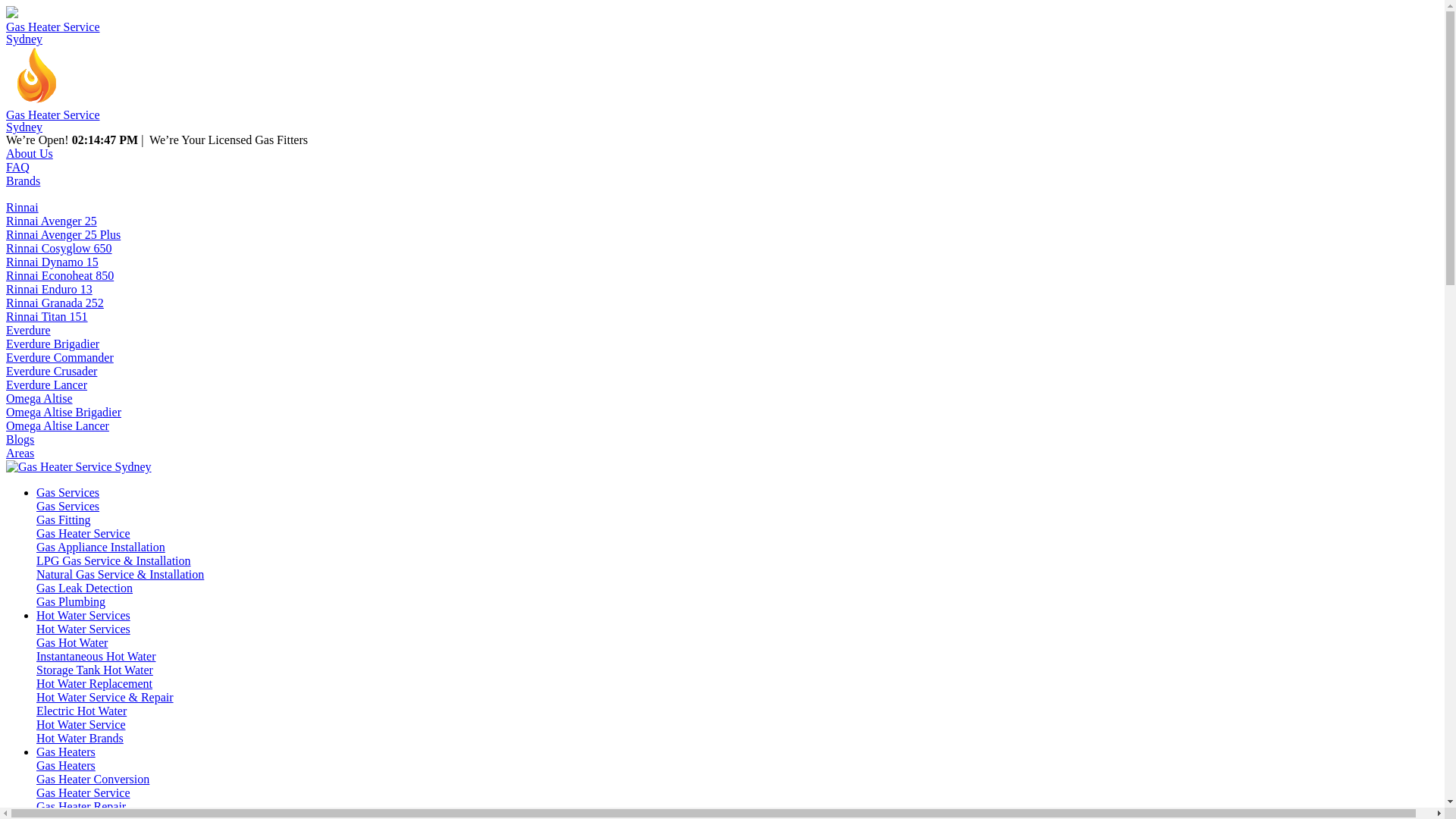 This screenshot has height=819, width=1456. Describe the element at coordinates (36, 779) in the screenshot. I see `'Gas Heater Conversion'` at that location.